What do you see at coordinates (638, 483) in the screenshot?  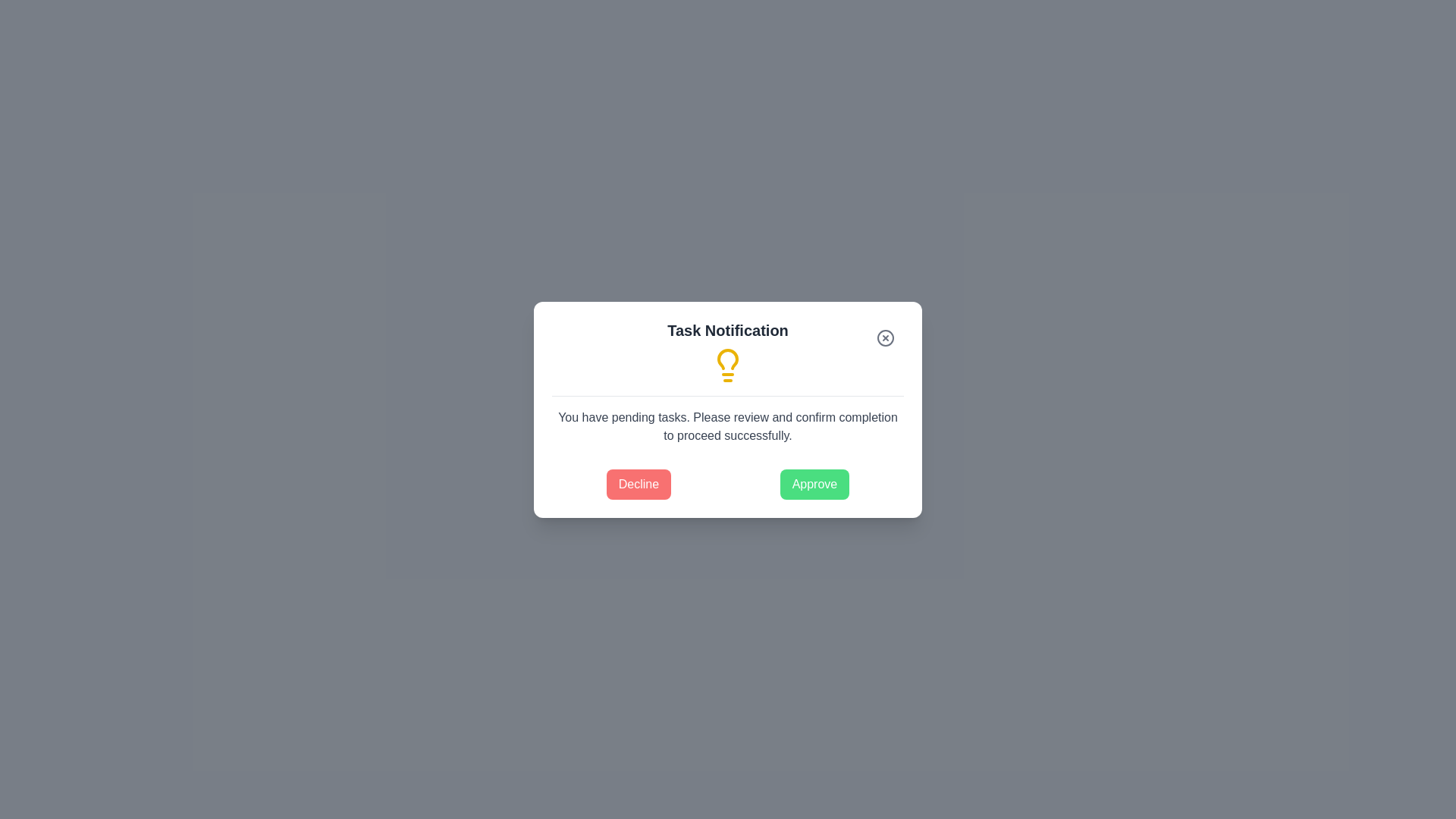 I see `the Decline button to decline the pending tasks` at bounding box center [638, 483].